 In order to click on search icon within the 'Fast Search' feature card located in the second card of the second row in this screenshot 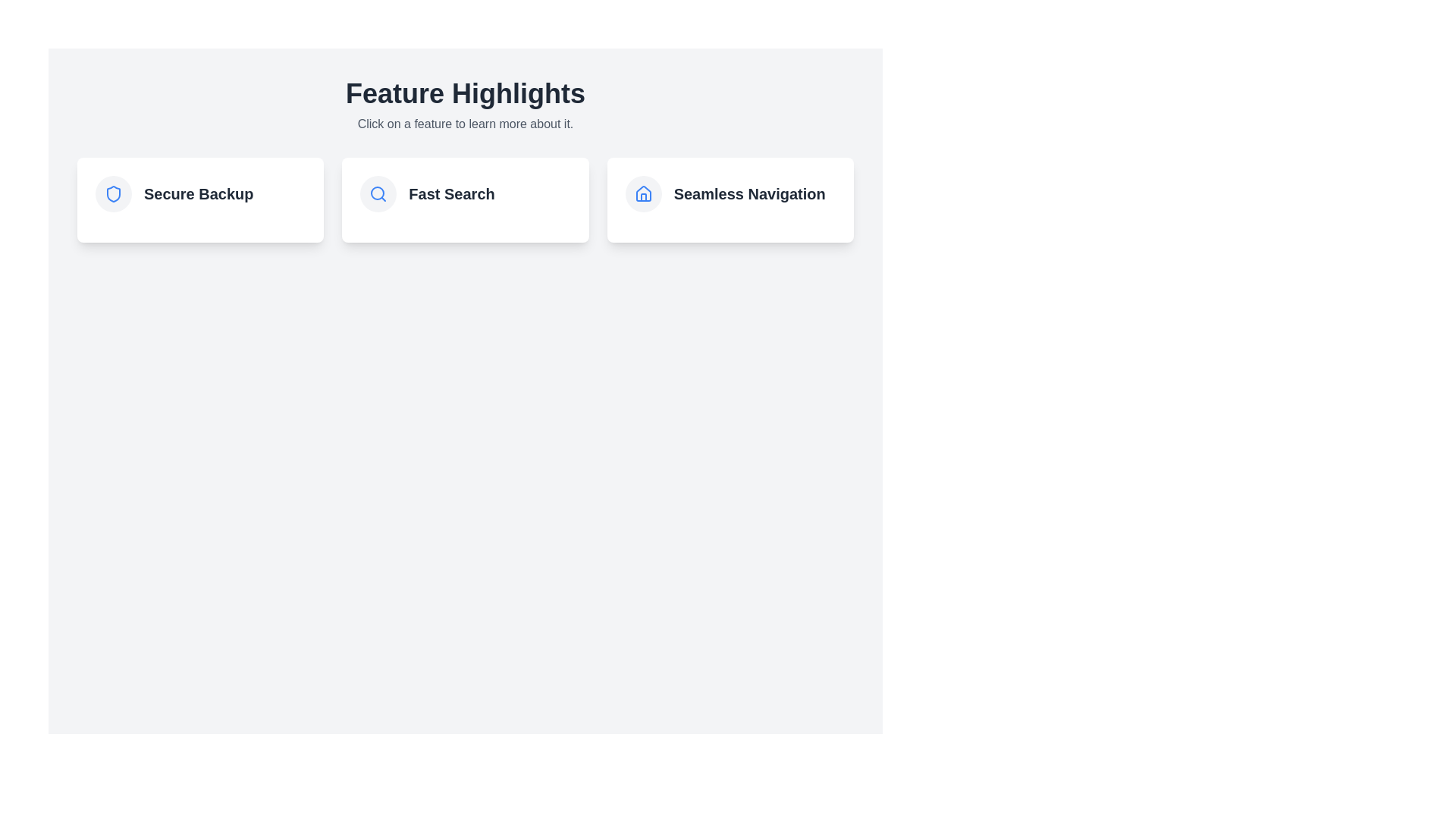, I will do `click(378, 192)`.